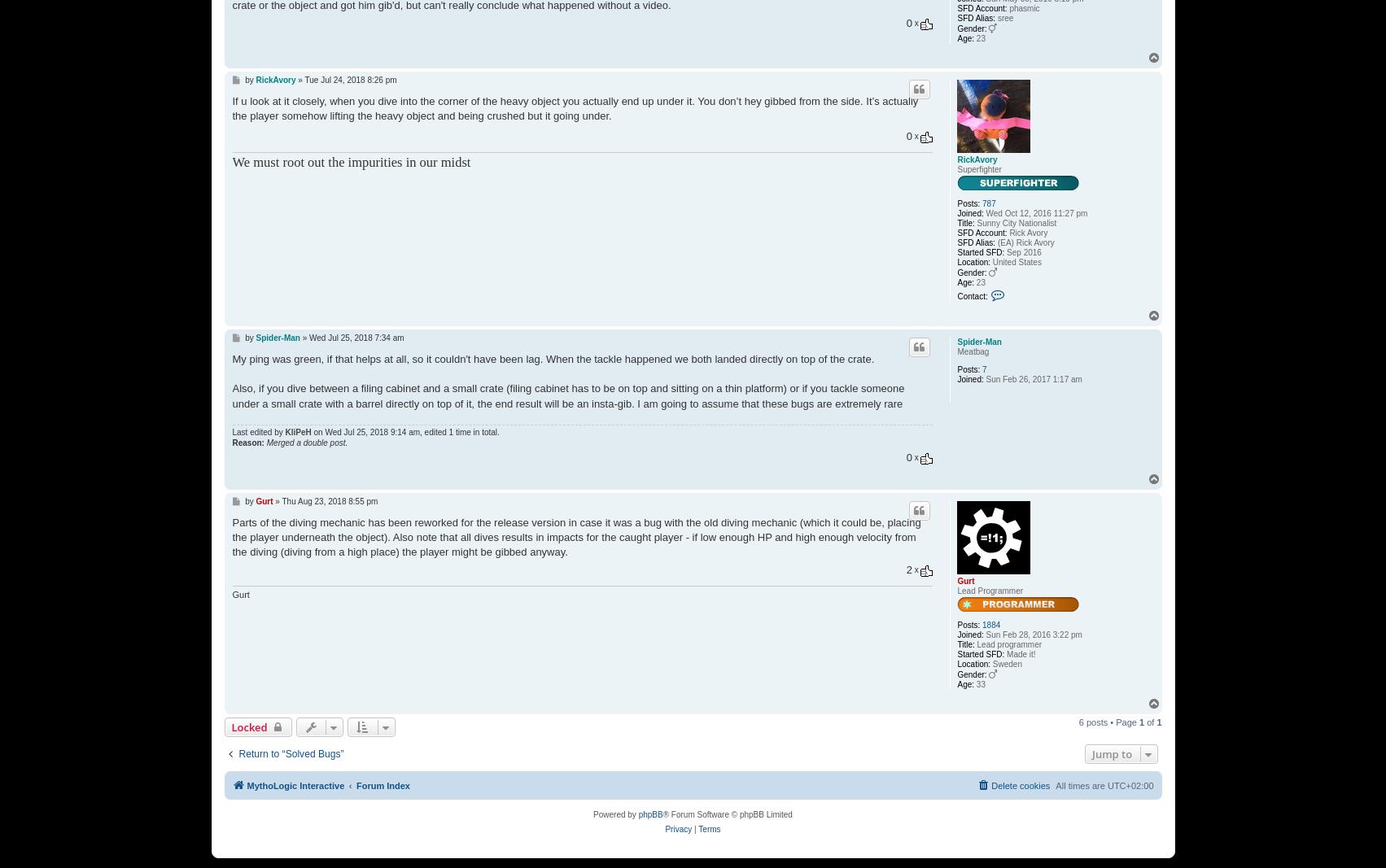 Image resolution: width=1386 pixels, height=868 pixels. Describe the element at coordinates (1025, 233) in the screenshot. I see `'Rick Avory'` at that location.